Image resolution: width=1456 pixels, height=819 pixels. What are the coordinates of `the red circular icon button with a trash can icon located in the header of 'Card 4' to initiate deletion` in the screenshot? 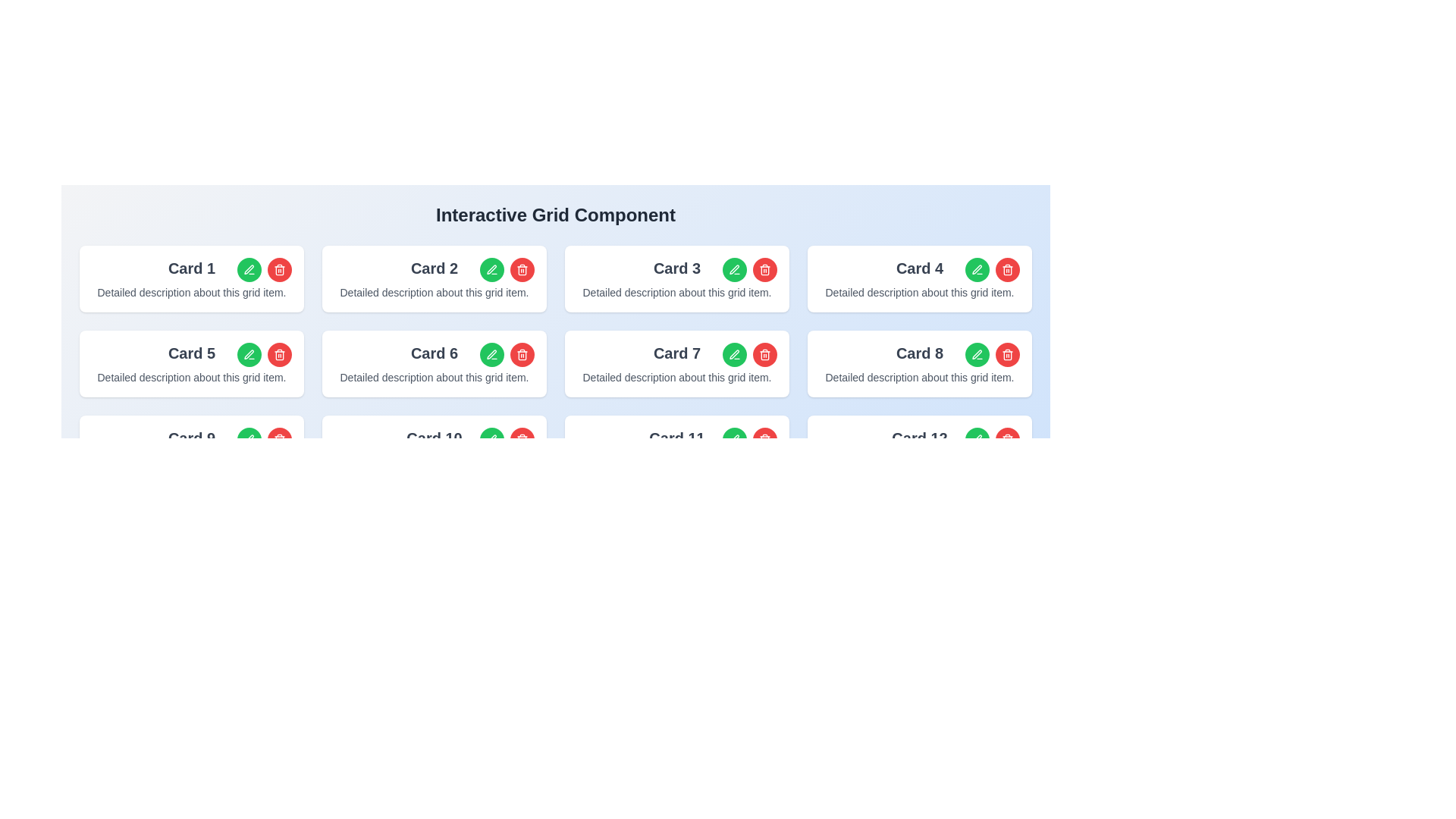 It's located at (993, 268).